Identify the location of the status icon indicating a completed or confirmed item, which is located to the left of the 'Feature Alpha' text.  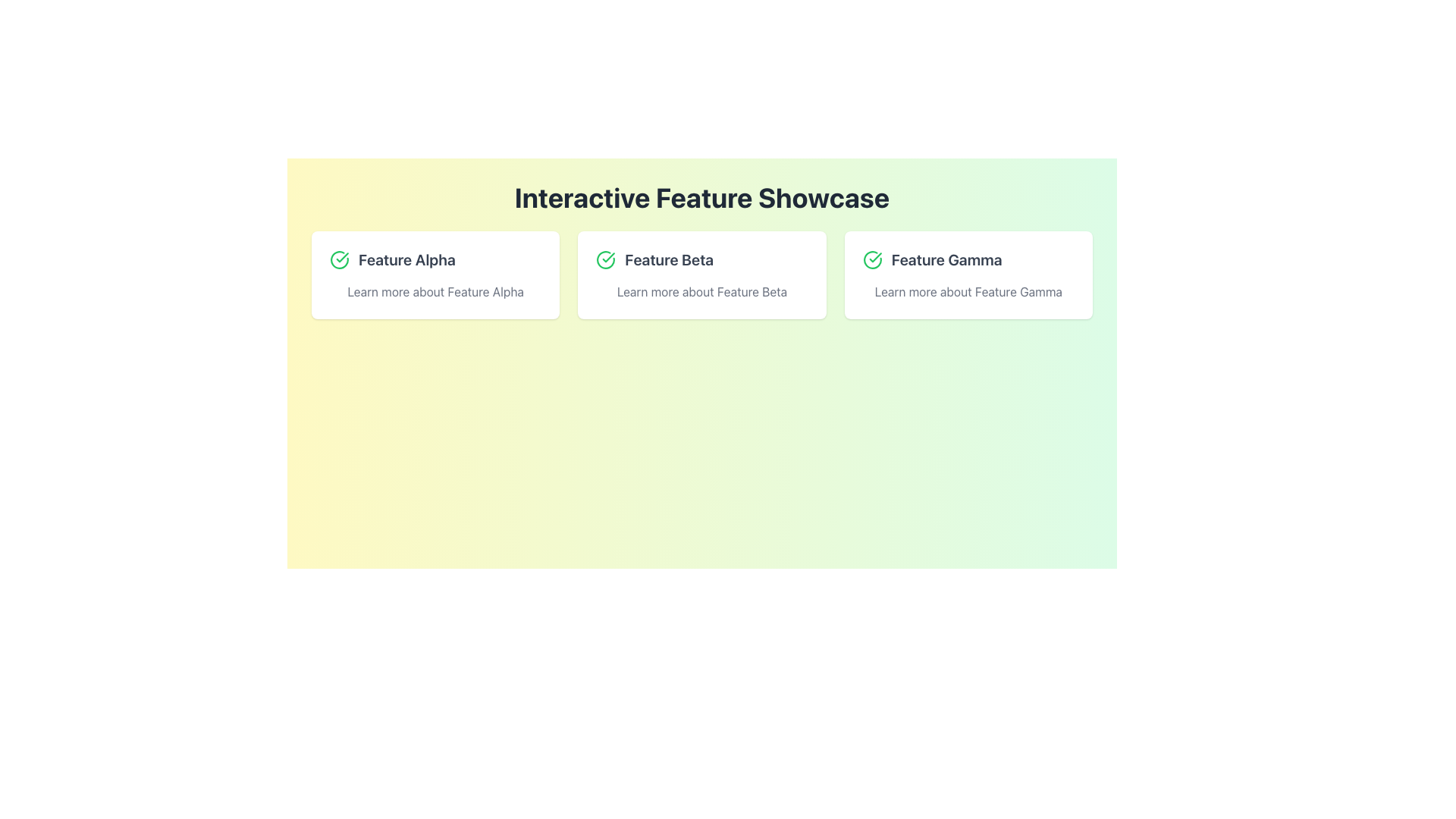
(338, 259).